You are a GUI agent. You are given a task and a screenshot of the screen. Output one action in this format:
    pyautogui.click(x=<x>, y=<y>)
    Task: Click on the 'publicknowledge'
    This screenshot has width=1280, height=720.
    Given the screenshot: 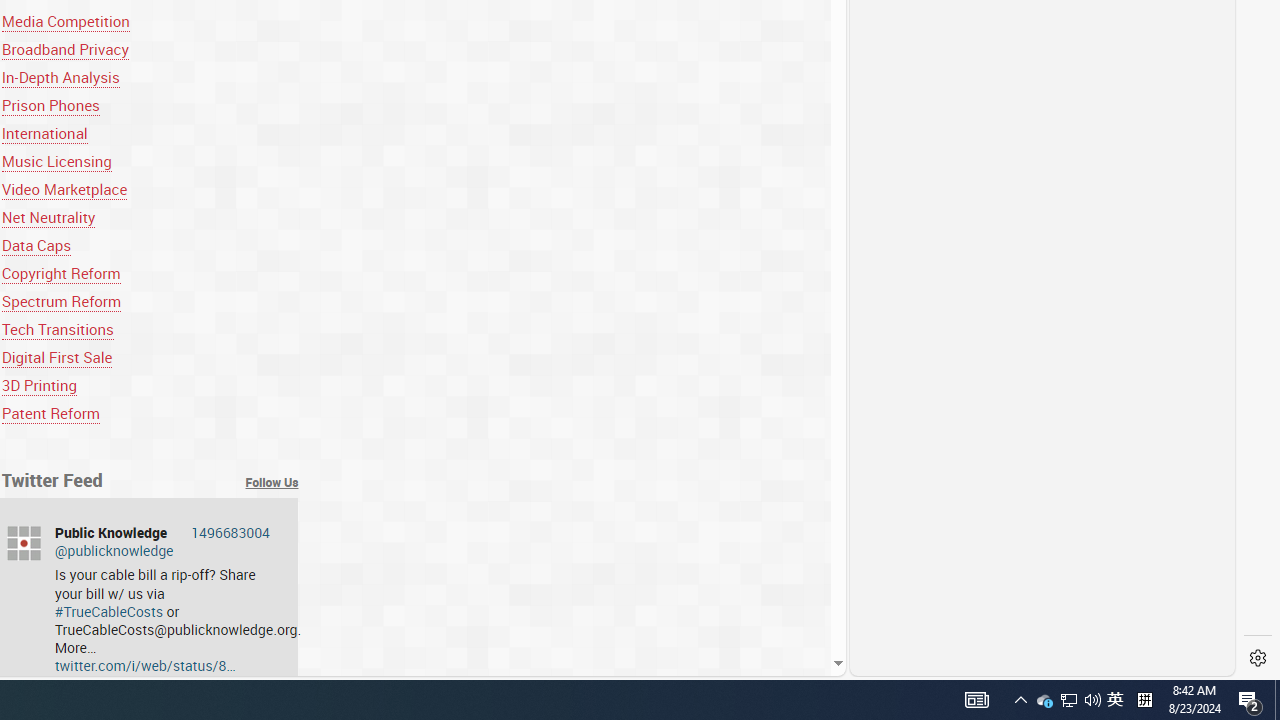 What is the action you would take?
    pyautogui.click(x=24, y=543)
    